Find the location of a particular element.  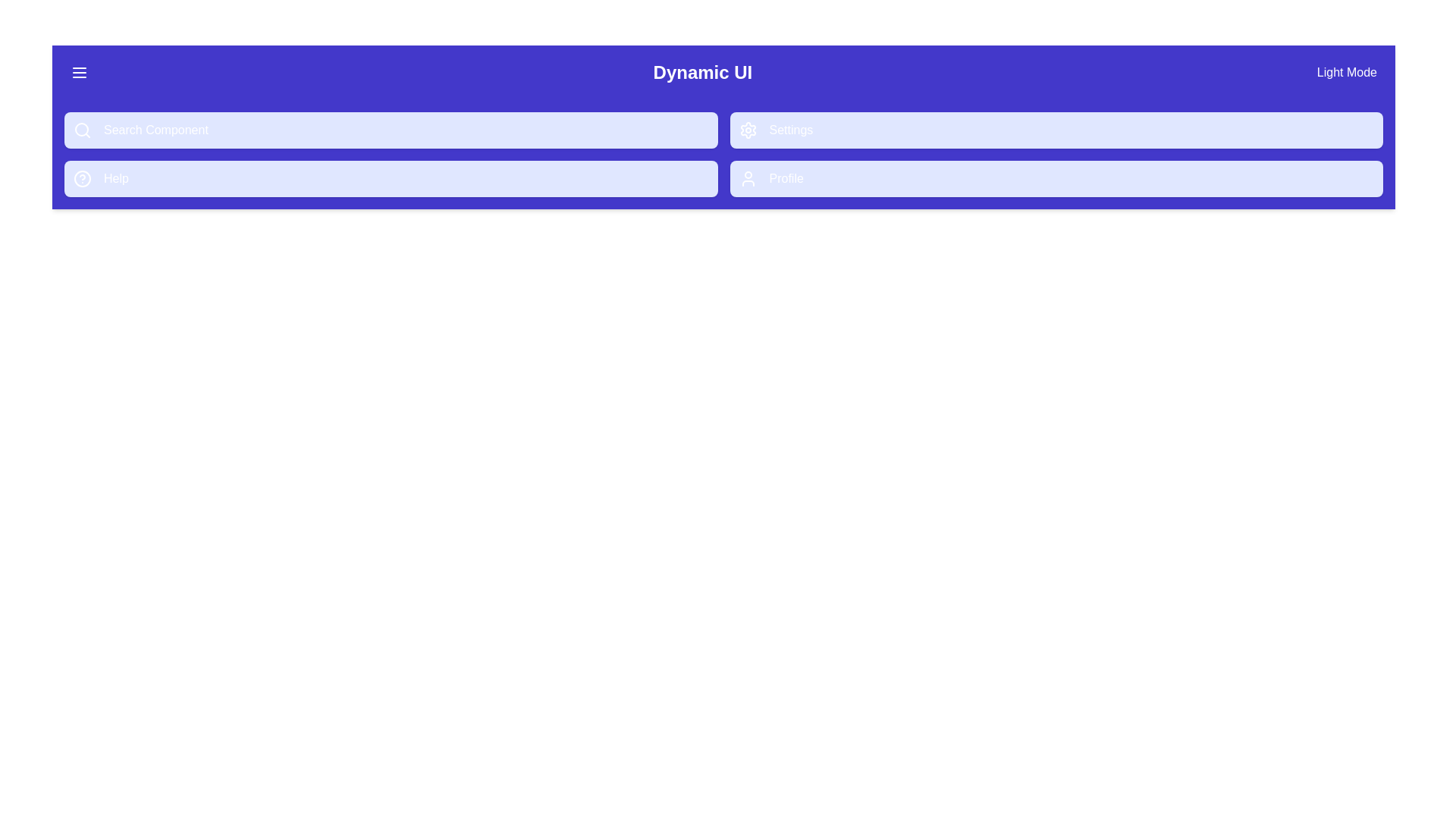

the menu option Help from the menu is located at coordinates (391, 177).